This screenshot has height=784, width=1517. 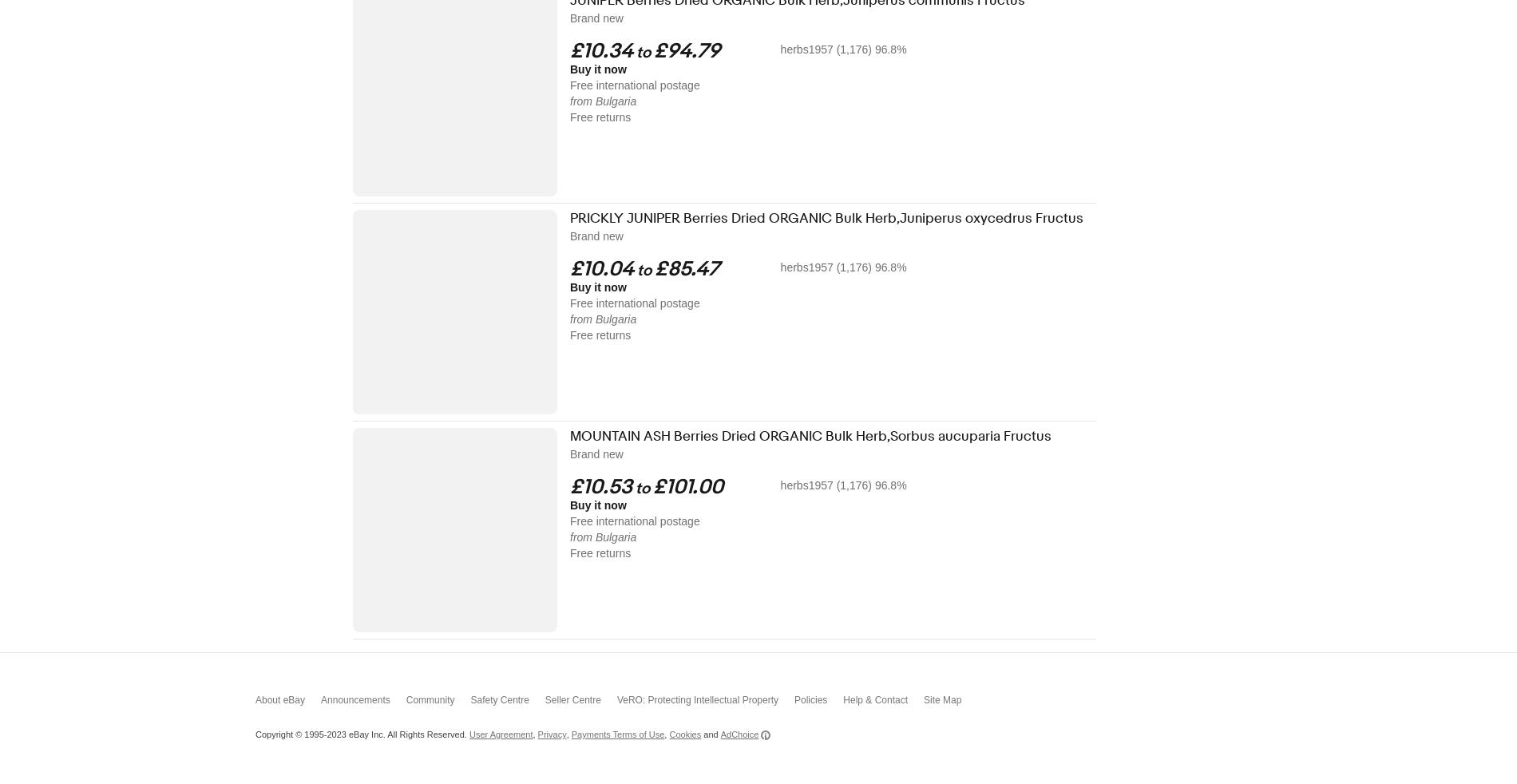 What do you see at coordinates (600, 486) in the screenshot?
I see `'£10.53'` at bounding box center [600, 486].